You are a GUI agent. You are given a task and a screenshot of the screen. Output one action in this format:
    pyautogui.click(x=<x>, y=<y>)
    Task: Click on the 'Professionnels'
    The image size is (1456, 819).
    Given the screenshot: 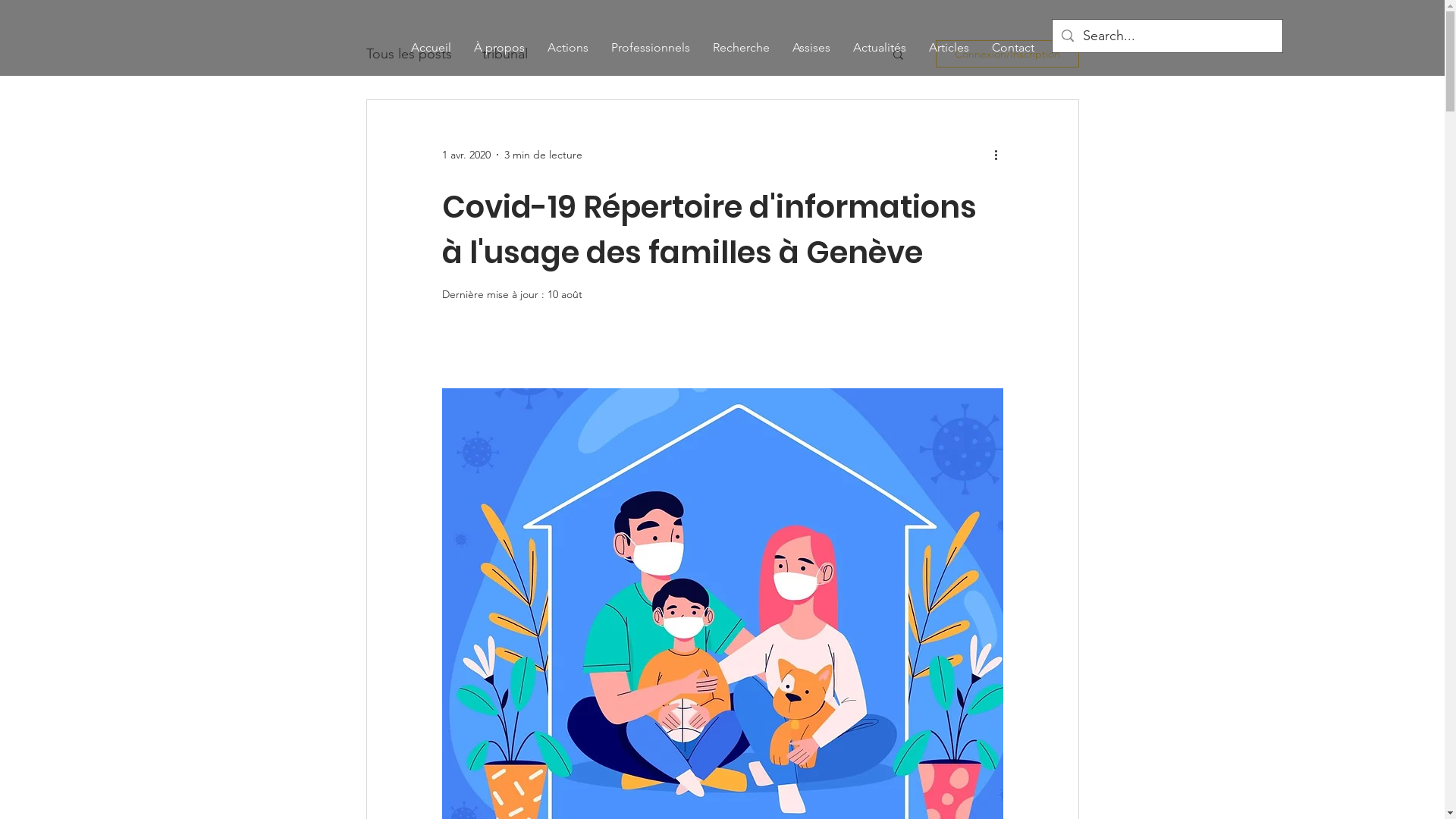 What is the action you would take?
    pyautogui.click(x=650, y=46)
    